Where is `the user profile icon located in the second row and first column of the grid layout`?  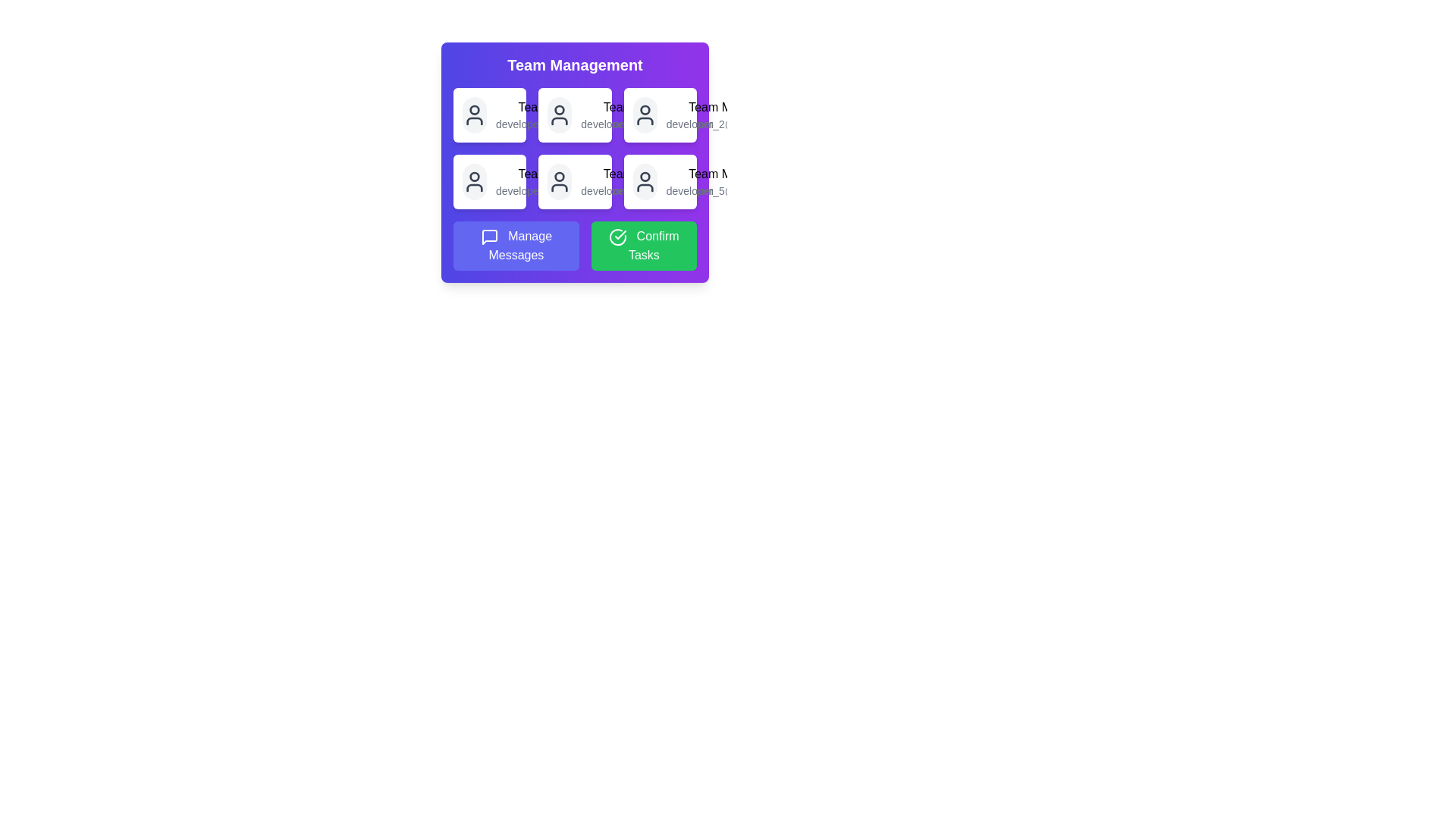 the user profile icon located in the second row and first column of the grid layout is located at coordinates (473, 180).